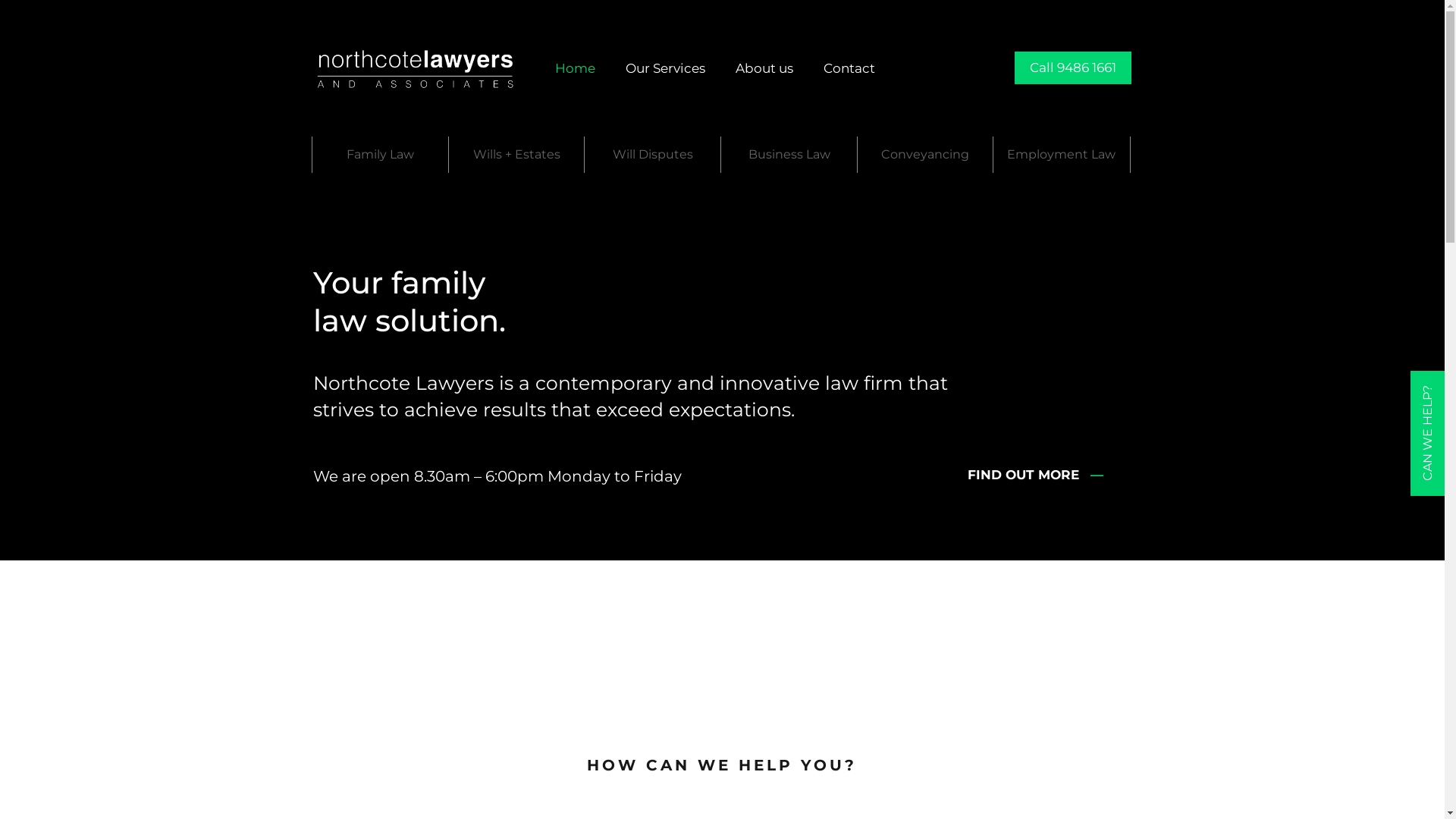 Image resolution: width=1456 pixels, height=819 pixels. Describe the element at coordinates (993, 155) in the screenshot. I see `'Employment Law'` at that location.